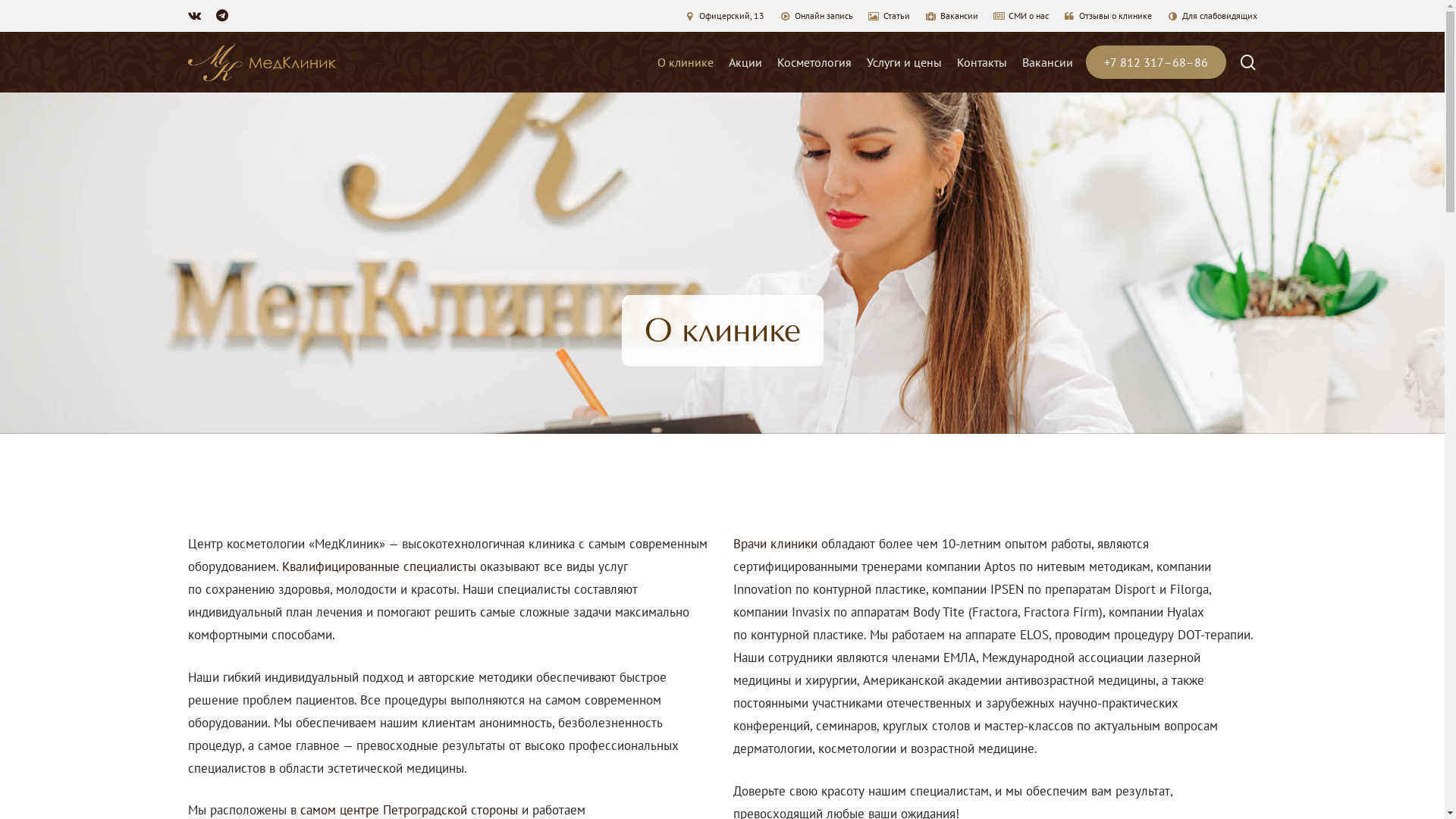 The width and height of the screenshot is (1456, 819). I want to click on 'vk', so click(193, 15).